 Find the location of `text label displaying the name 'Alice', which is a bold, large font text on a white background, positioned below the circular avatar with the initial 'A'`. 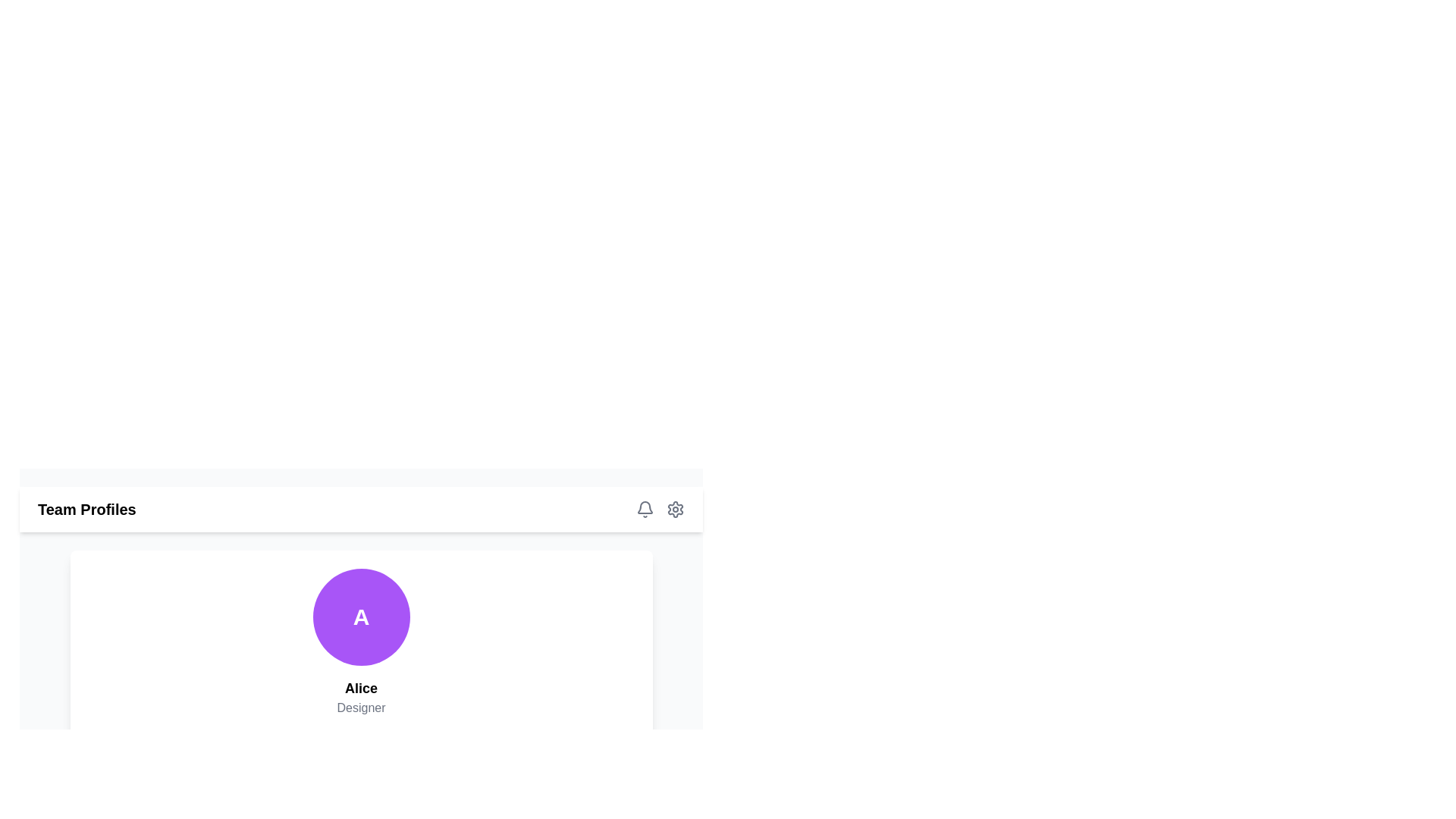

text label displaying the name 'Alice', which is a bold, large font text on a white background, positioned below the circular avatar with the initial 'A' is located at coordinates (360, 688).